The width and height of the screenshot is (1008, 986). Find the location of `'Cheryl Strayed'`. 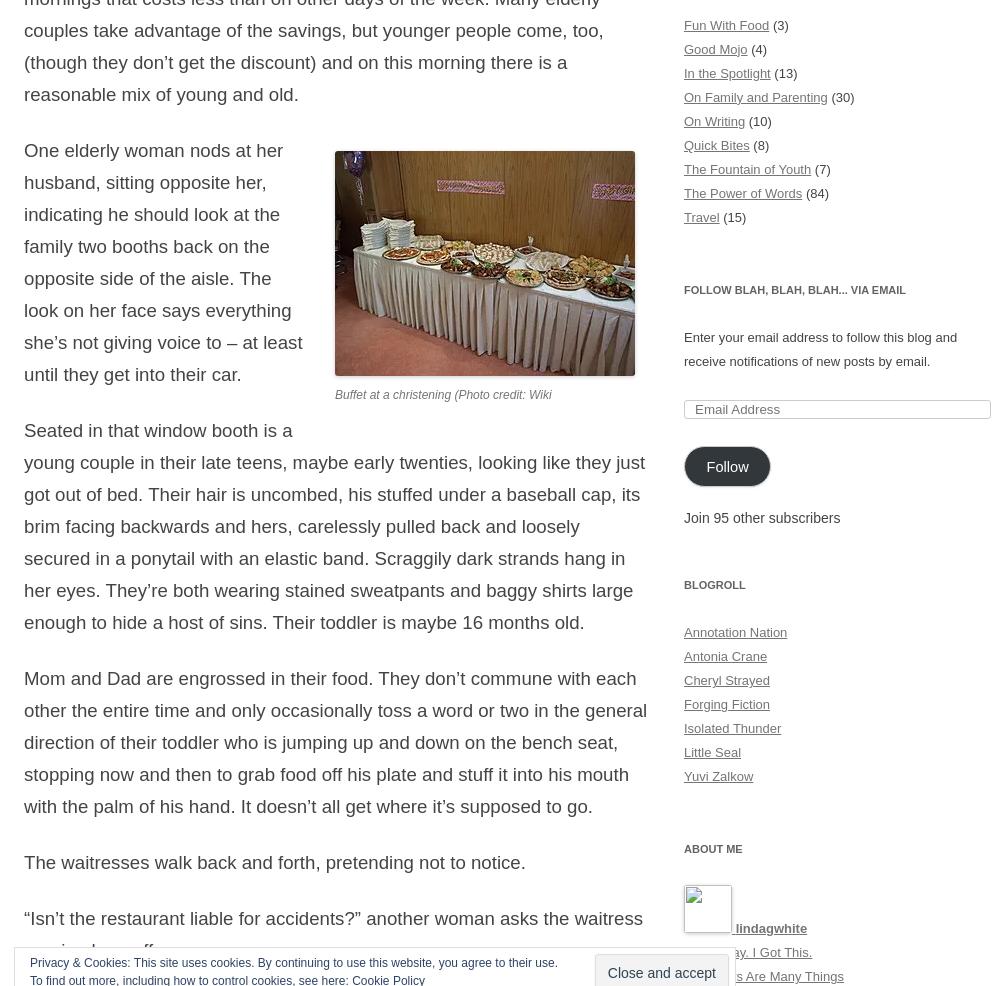

'Cheryl Strayed' is located at coordinates (726, 679).